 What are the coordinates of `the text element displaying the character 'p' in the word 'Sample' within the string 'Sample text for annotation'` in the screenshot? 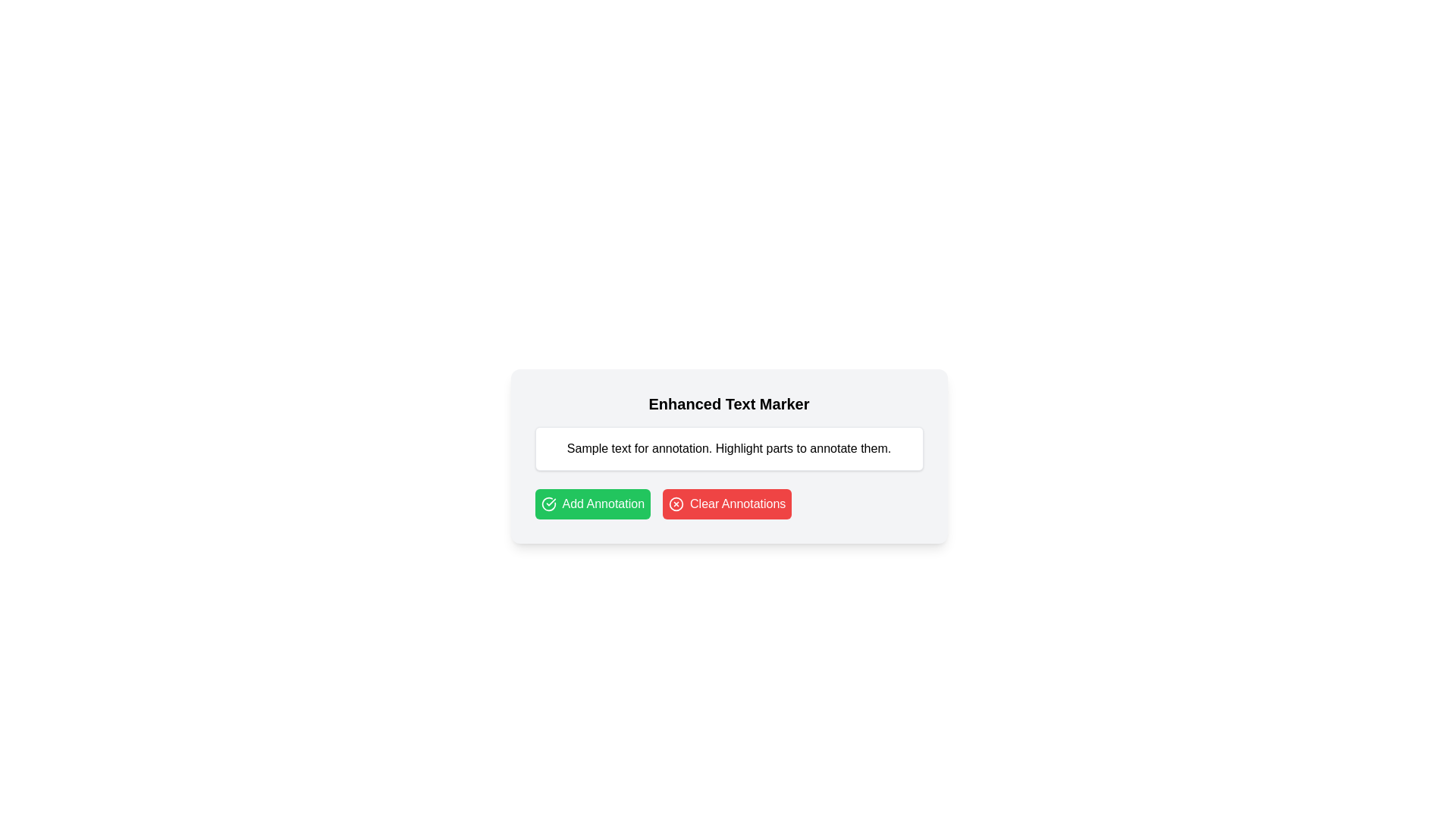 It's located at (595, 447).